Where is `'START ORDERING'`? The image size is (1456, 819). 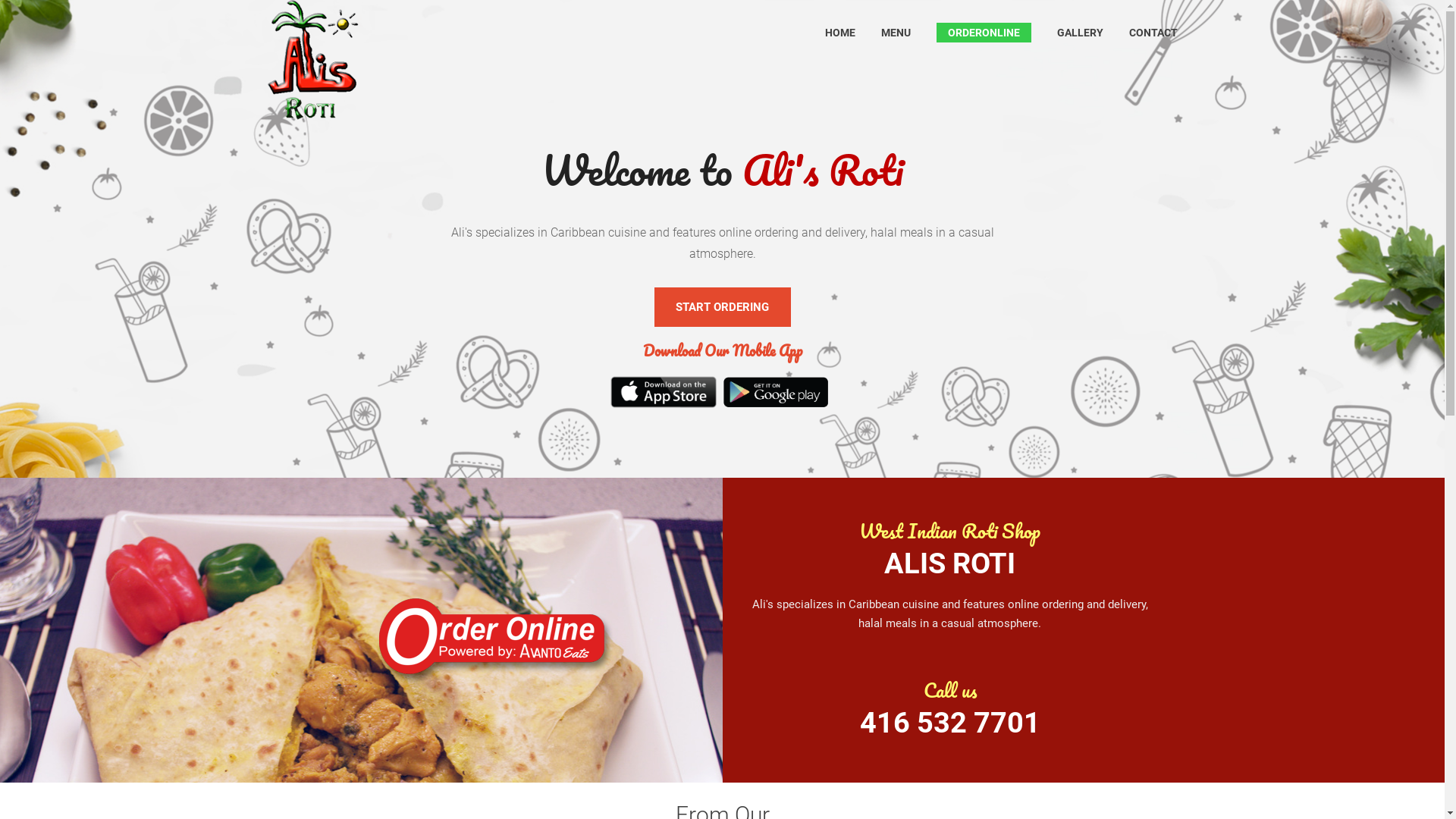
'START ORDERING' is located at coordinates (654, 307).